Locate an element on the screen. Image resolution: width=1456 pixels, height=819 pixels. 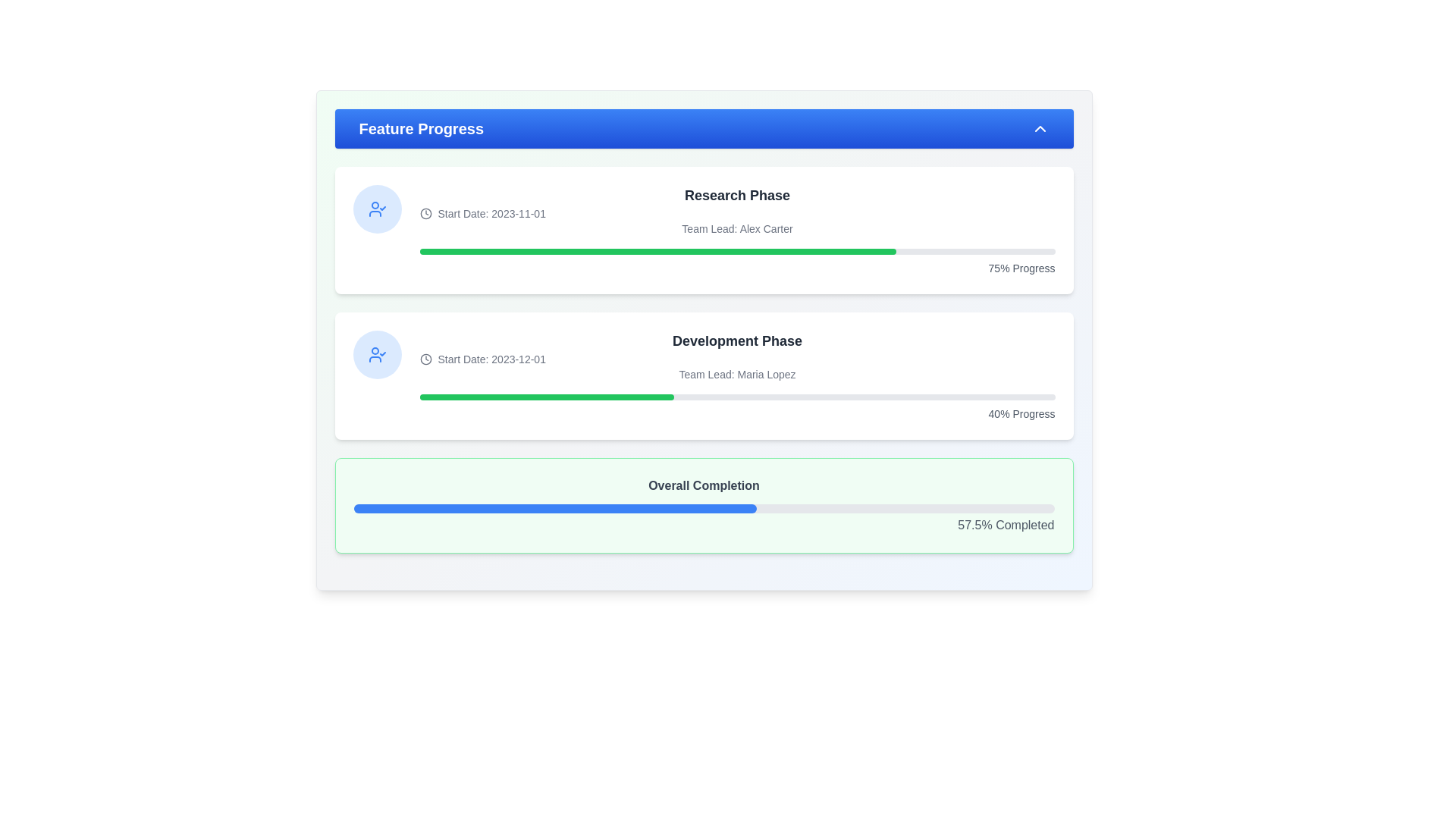
the 'Overall Completion' static text label, which is a bold gray font on a light green background, positioned above a progress bar is located at coordinates (703, 485).